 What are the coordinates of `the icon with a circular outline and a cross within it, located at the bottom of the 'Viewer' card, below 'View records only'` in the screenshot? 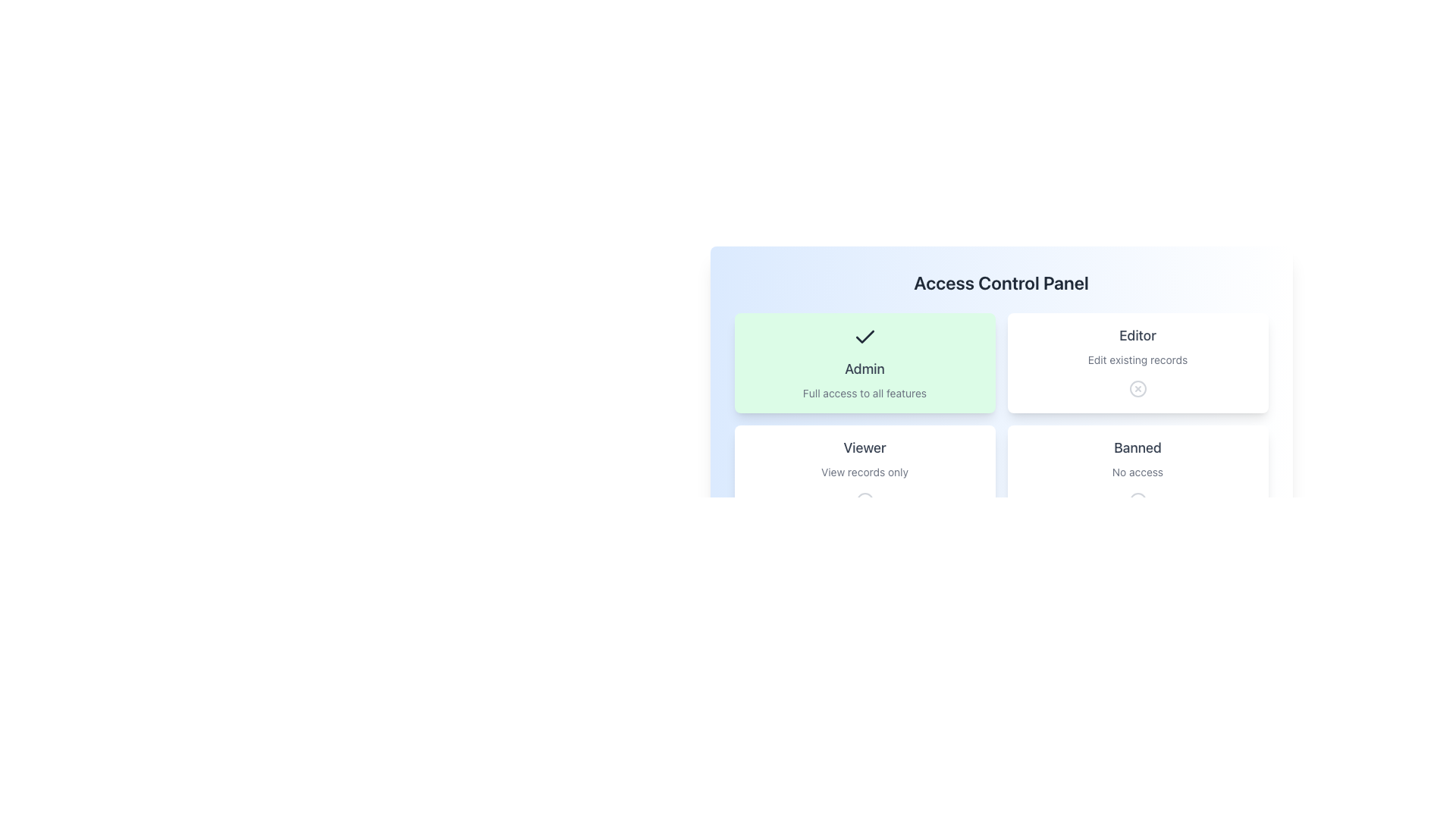 It's located at (864, 500).